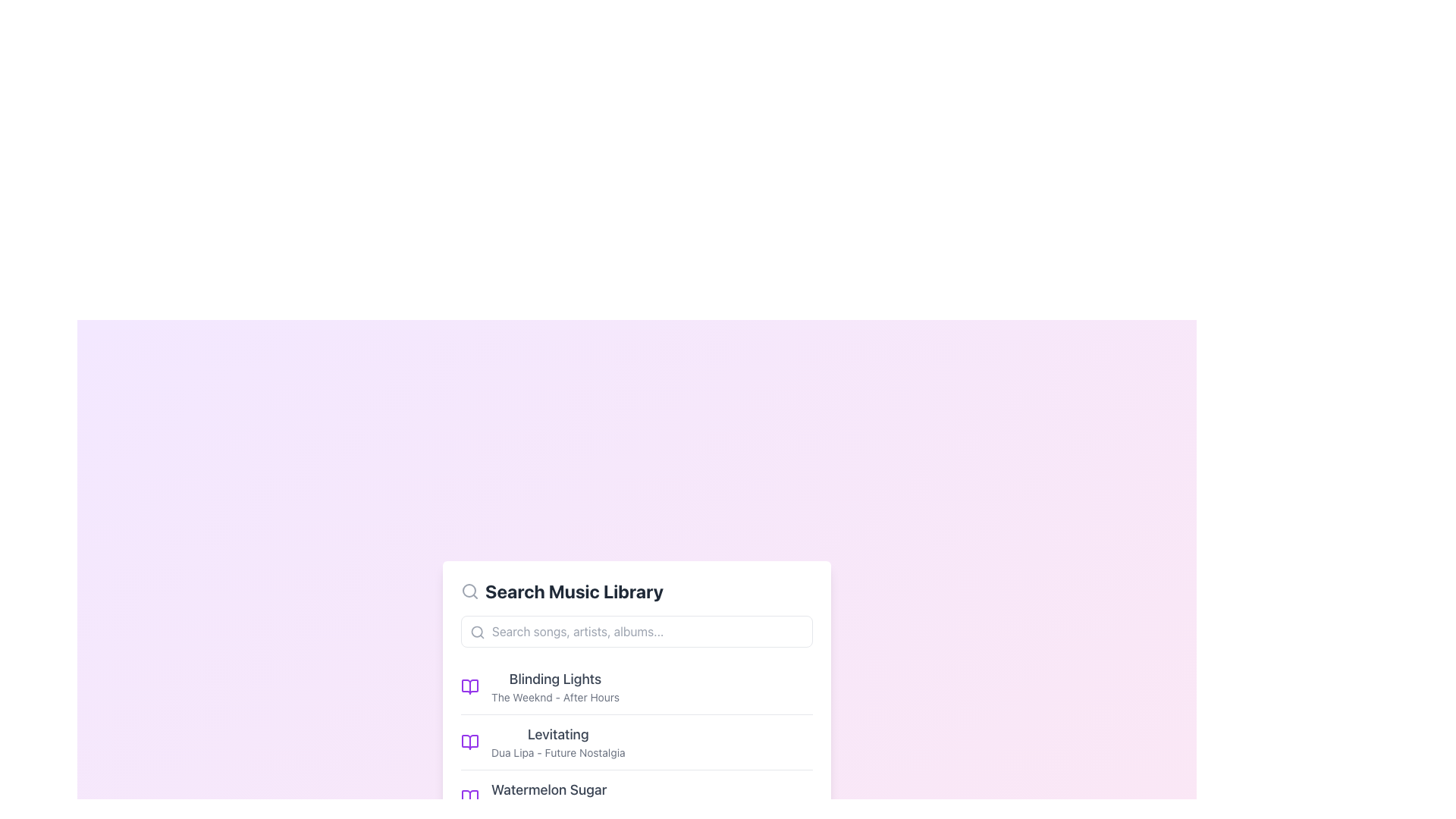  What do you see at coordinates (469, 795) in the screenshot?
I see `the styling of the open book icon, which is purple and has a minimalist outline, located to the left of the song text 'Watermelon Sugar Harry Styles - Fine Line'` at bounding box center [469, 795].